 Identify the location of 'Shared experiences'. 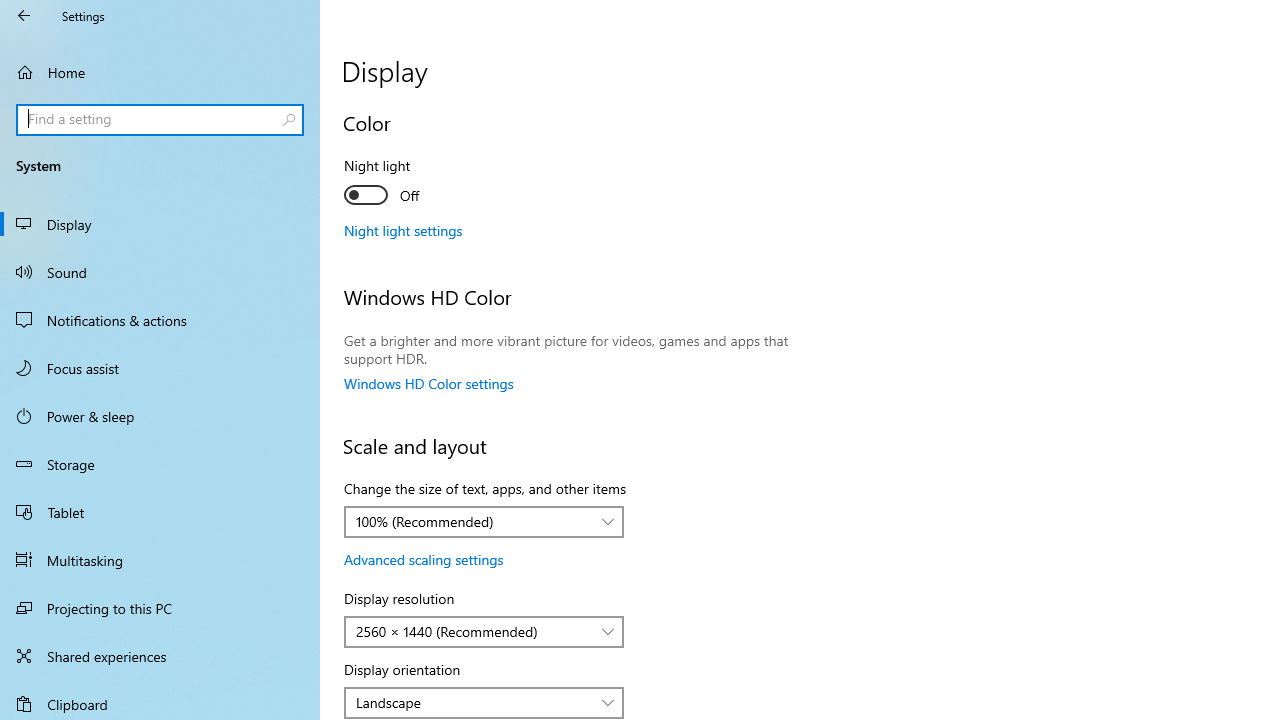
(160, 655).